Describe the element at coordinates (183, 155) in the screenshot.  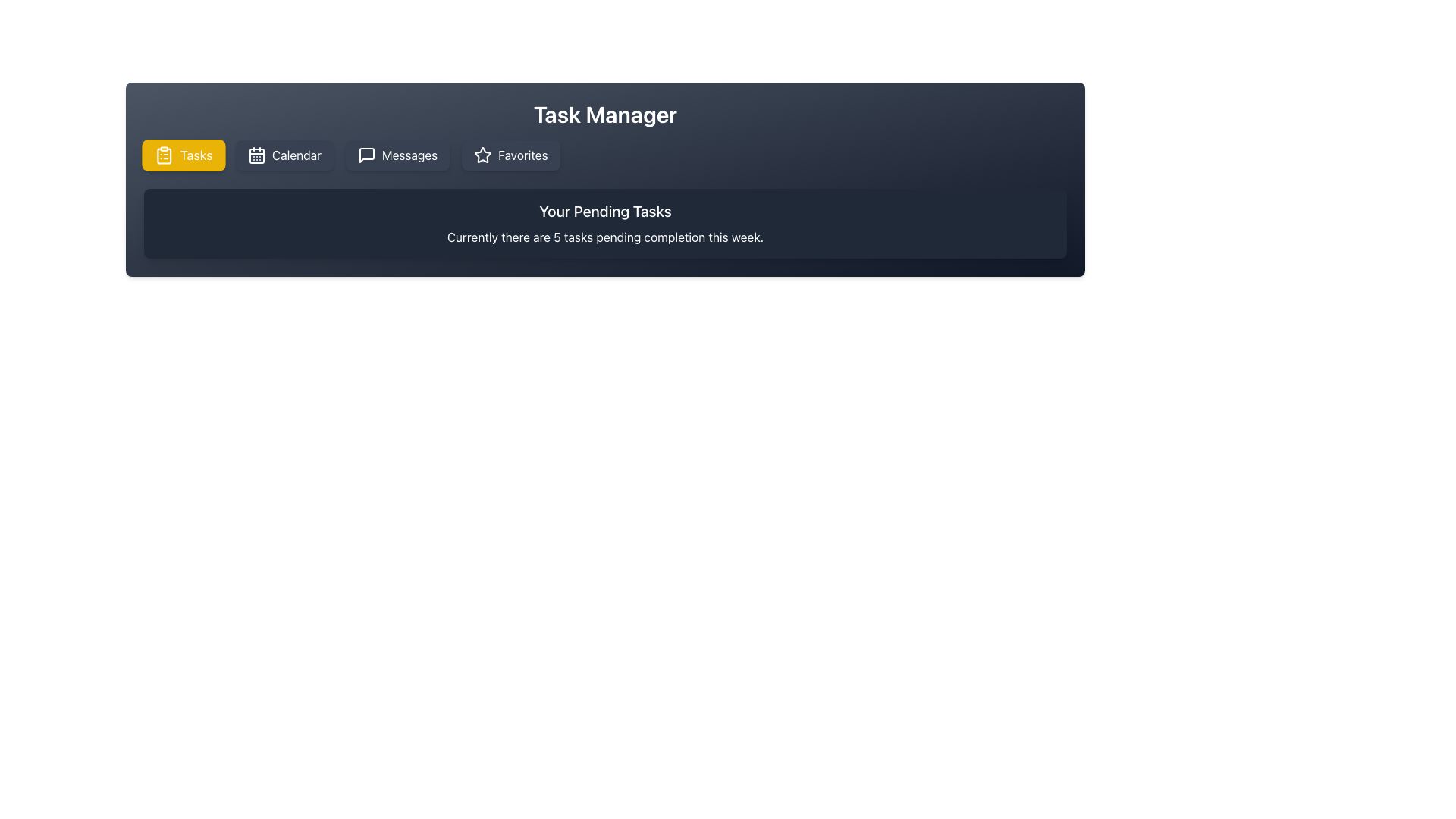
I see `the bright yellow 'Tasks' button with a clipboard icon` at that location.